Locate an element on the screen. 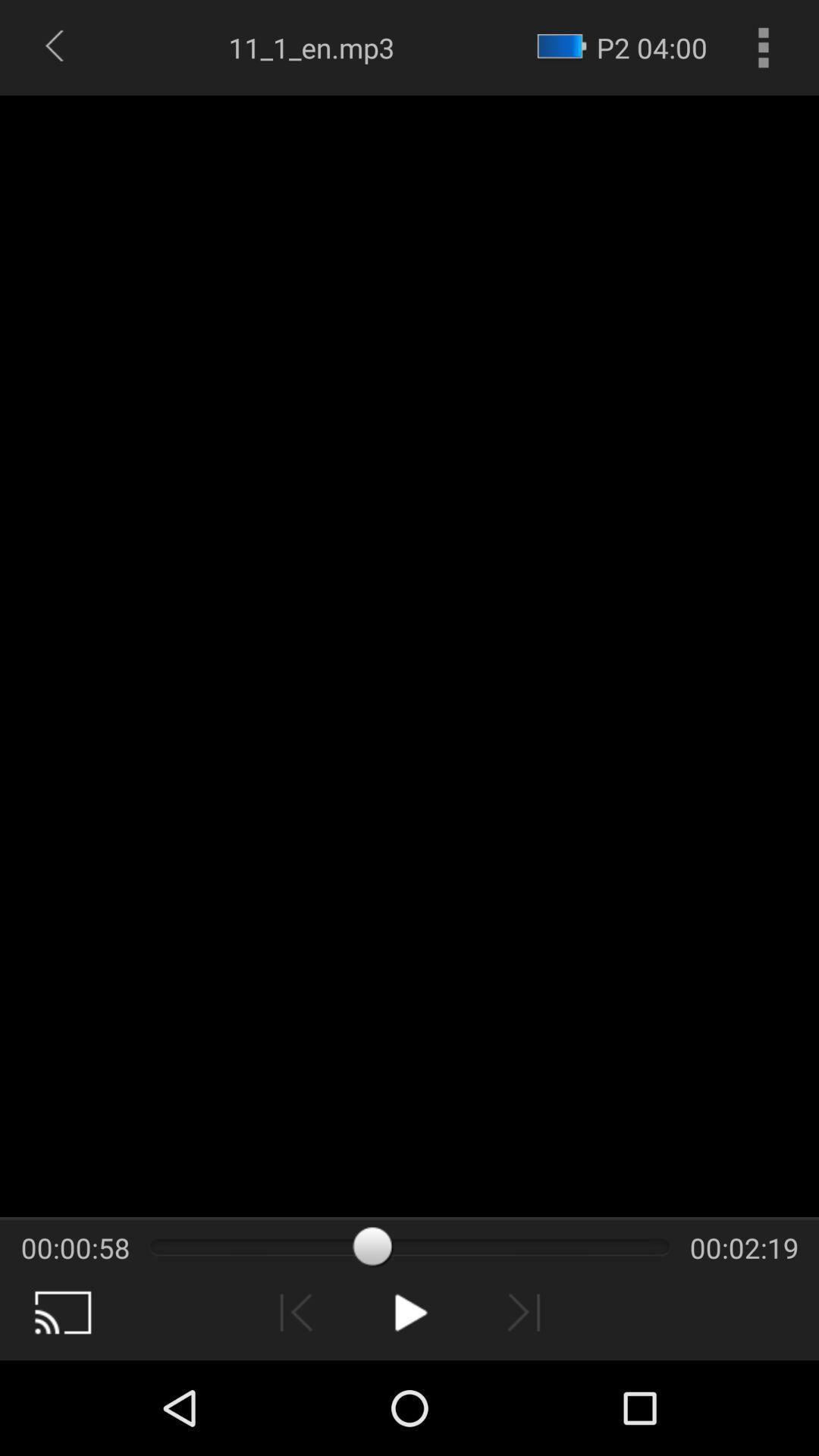  the skip_previous icon is located at coordinates (296, 1404).